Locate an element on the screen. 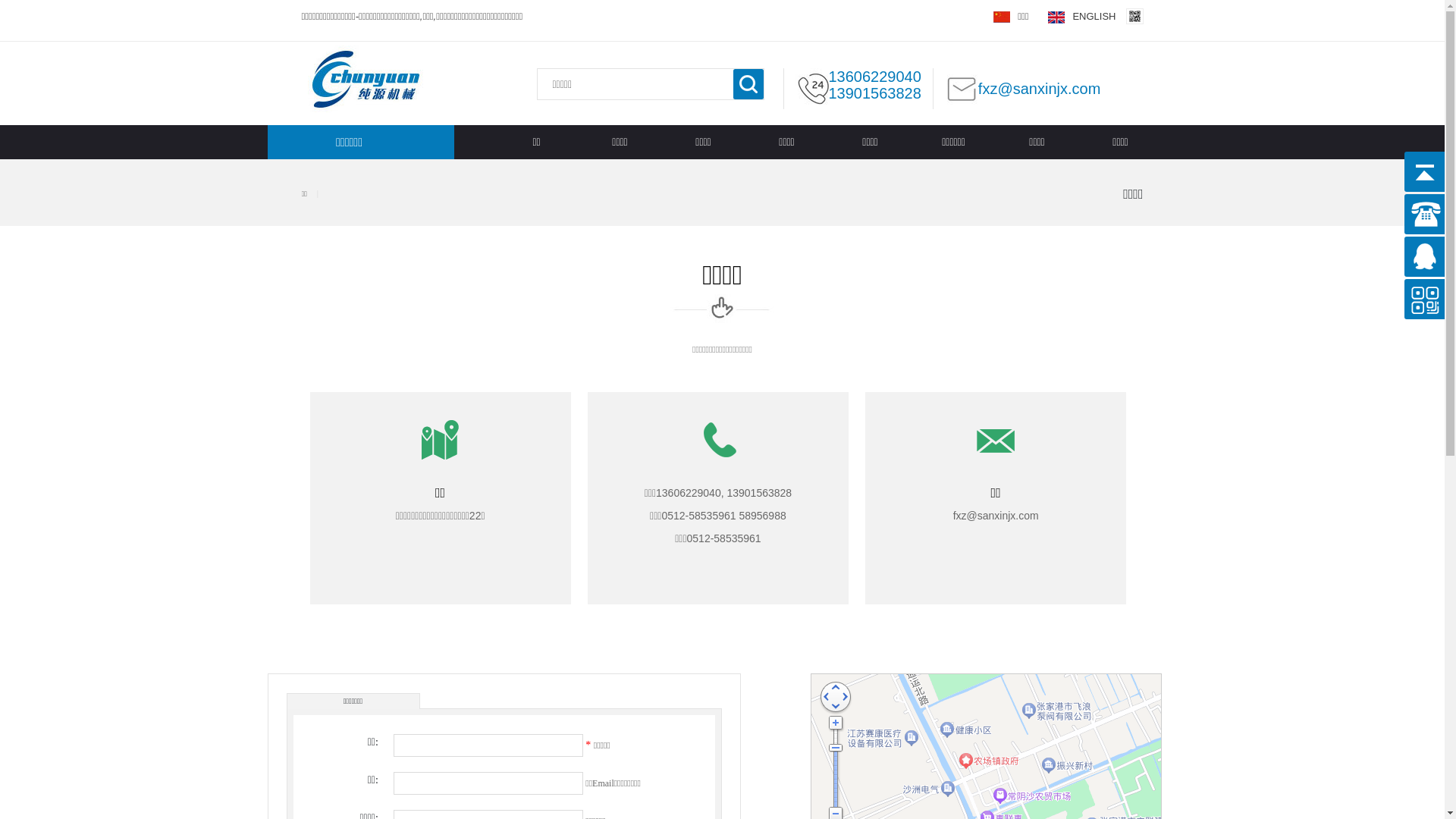 The height and width of the screenshot is (819, 1456). 'ENGLISH' is located at coordinates (1081, 16).